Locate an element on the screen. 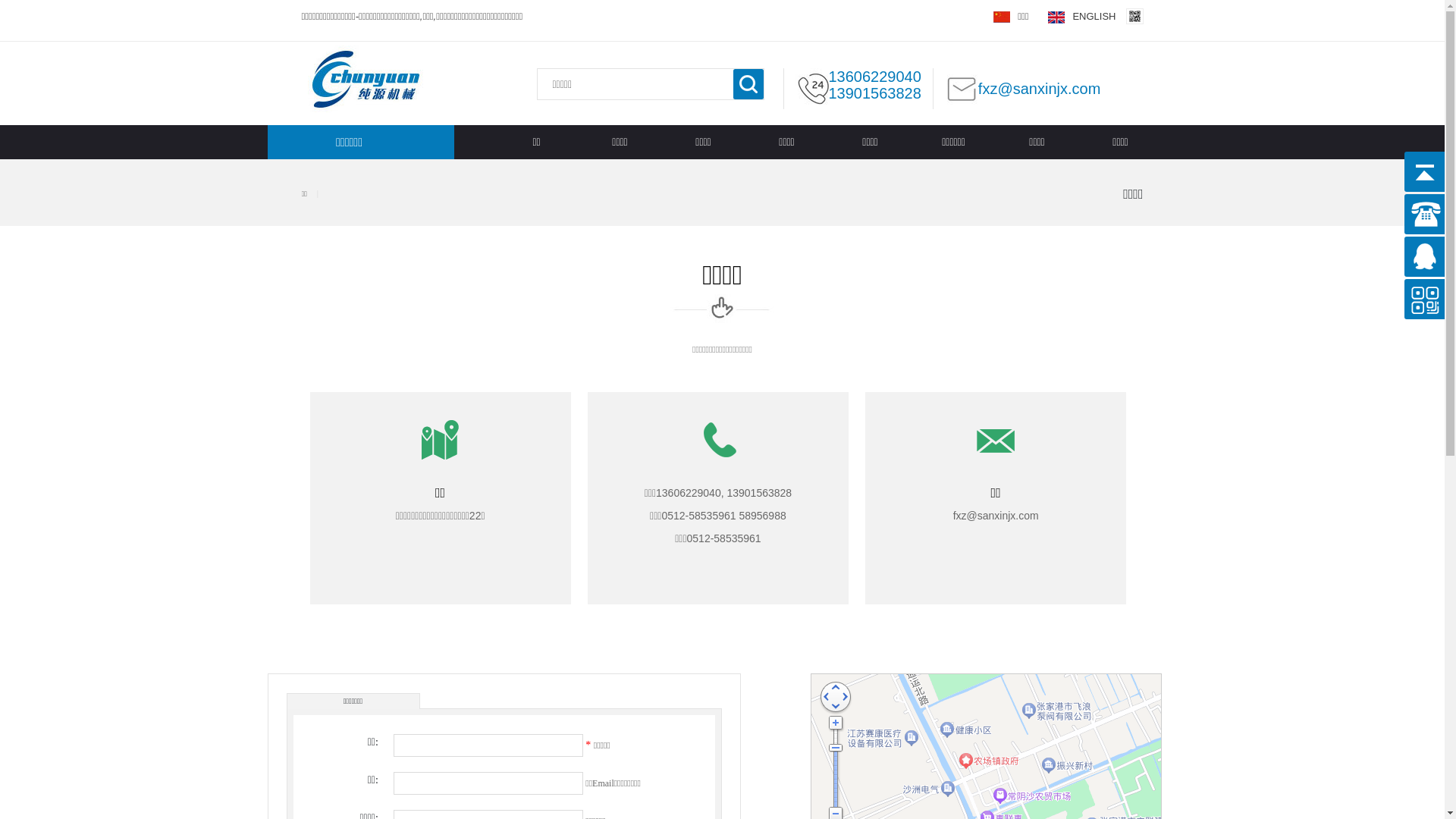 The height and width of the screenshot is (819, 1456). 'ENGLISH' is located at coordinates (1081, 16).